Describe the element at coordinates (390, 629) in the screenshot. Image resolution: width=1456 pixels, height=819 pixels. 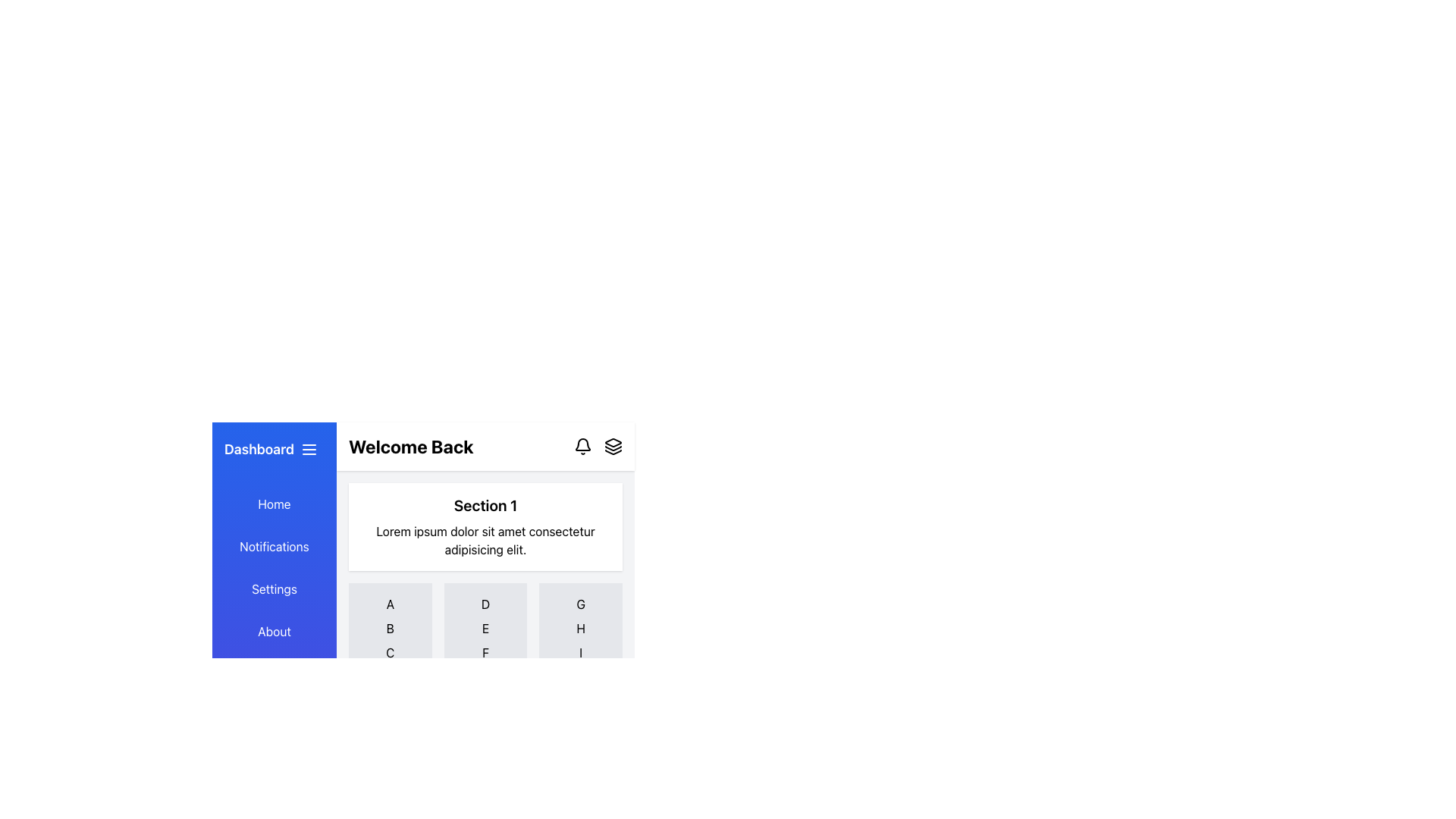
I see `the text label 'B' which is positioned between 'A' and 'C' in a vertically stacked group of letters below 'Section 1'` at that location.